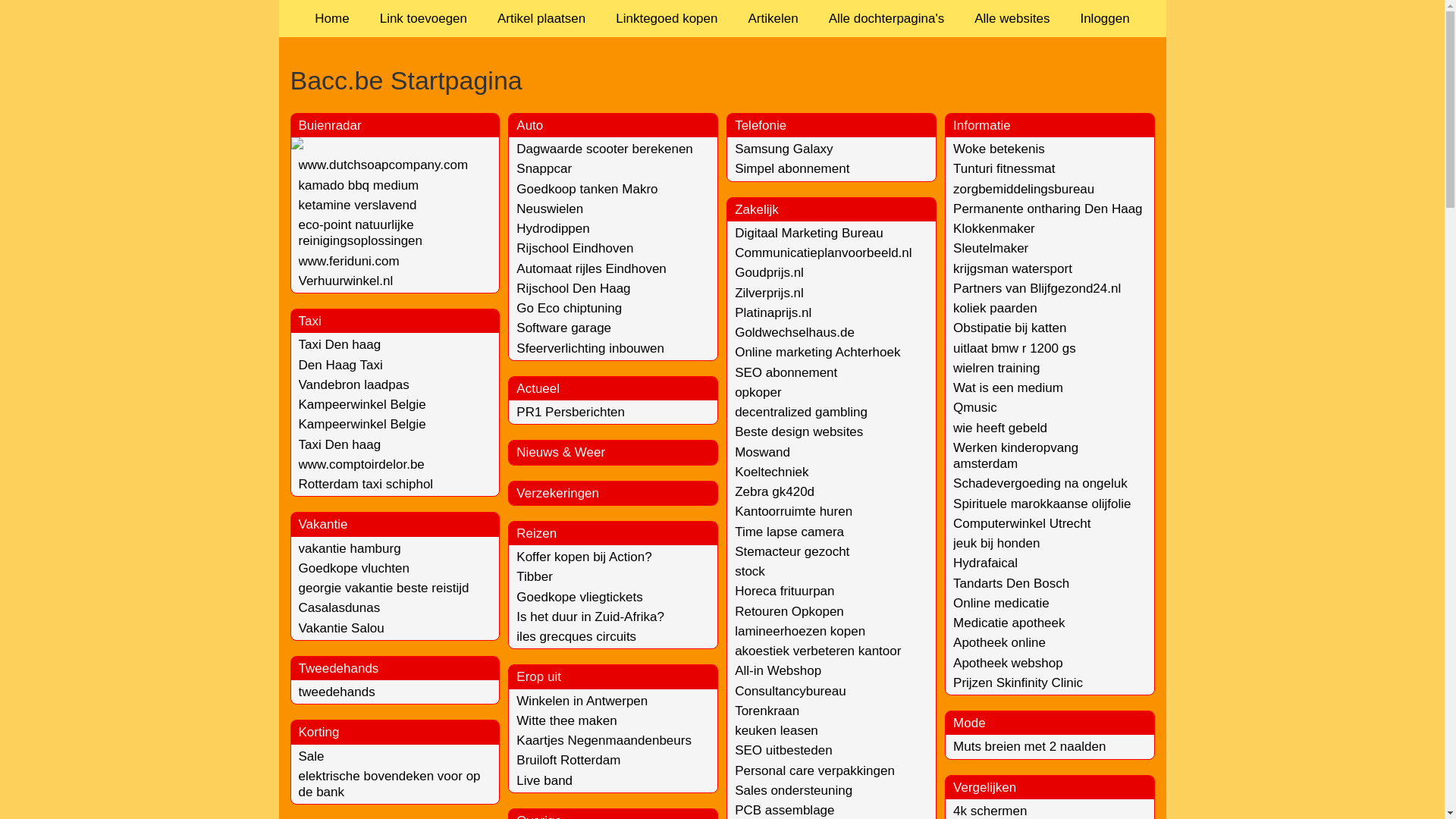  What do you see at coordinates (1012, 268) in the screenshot?
I see `'krijgsman watersport'` at bounding box center [1012, 268].